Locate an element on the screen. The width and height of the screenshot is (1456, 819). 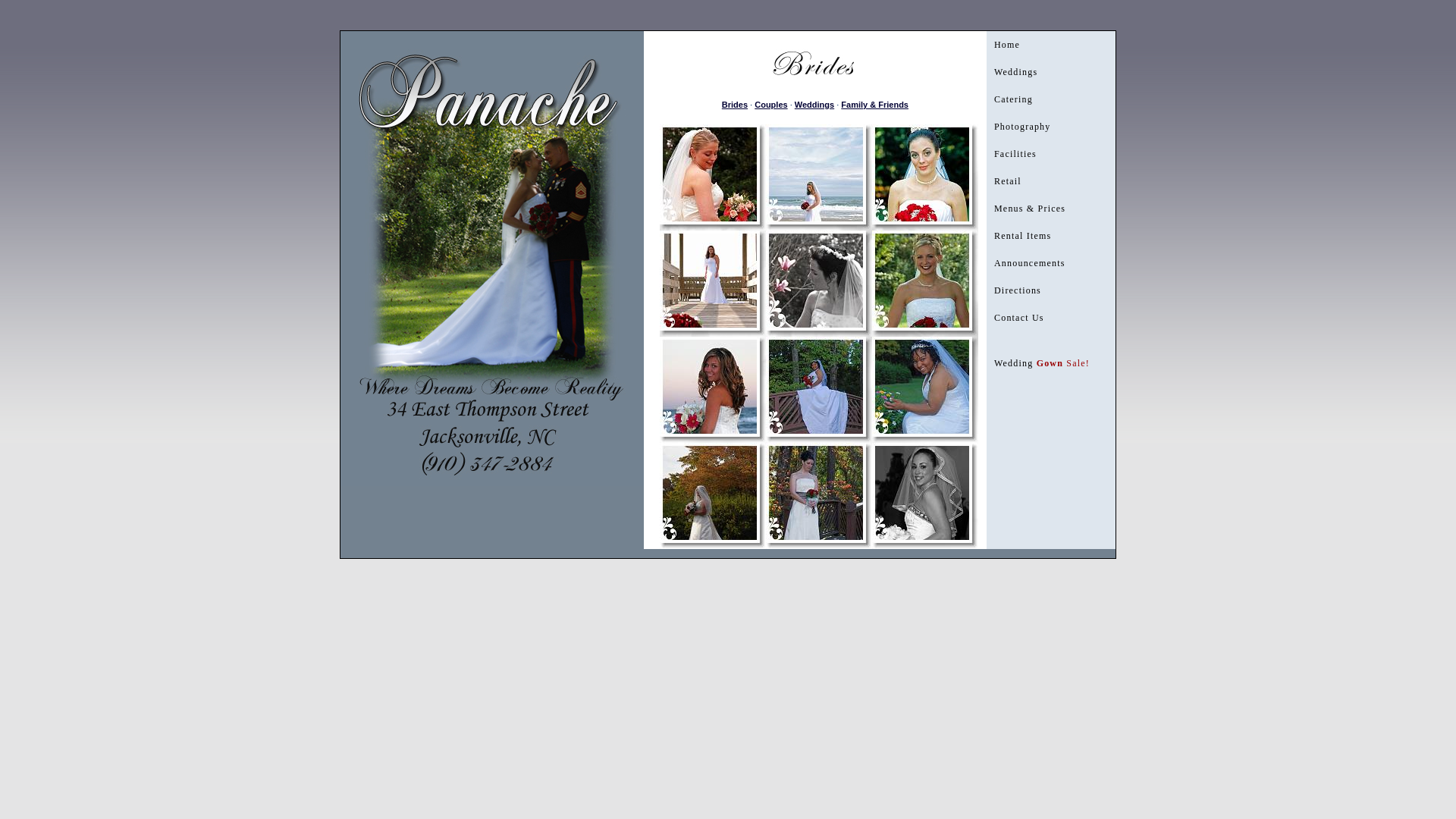
'Rental Items' is located at coordinates (1050, 236).